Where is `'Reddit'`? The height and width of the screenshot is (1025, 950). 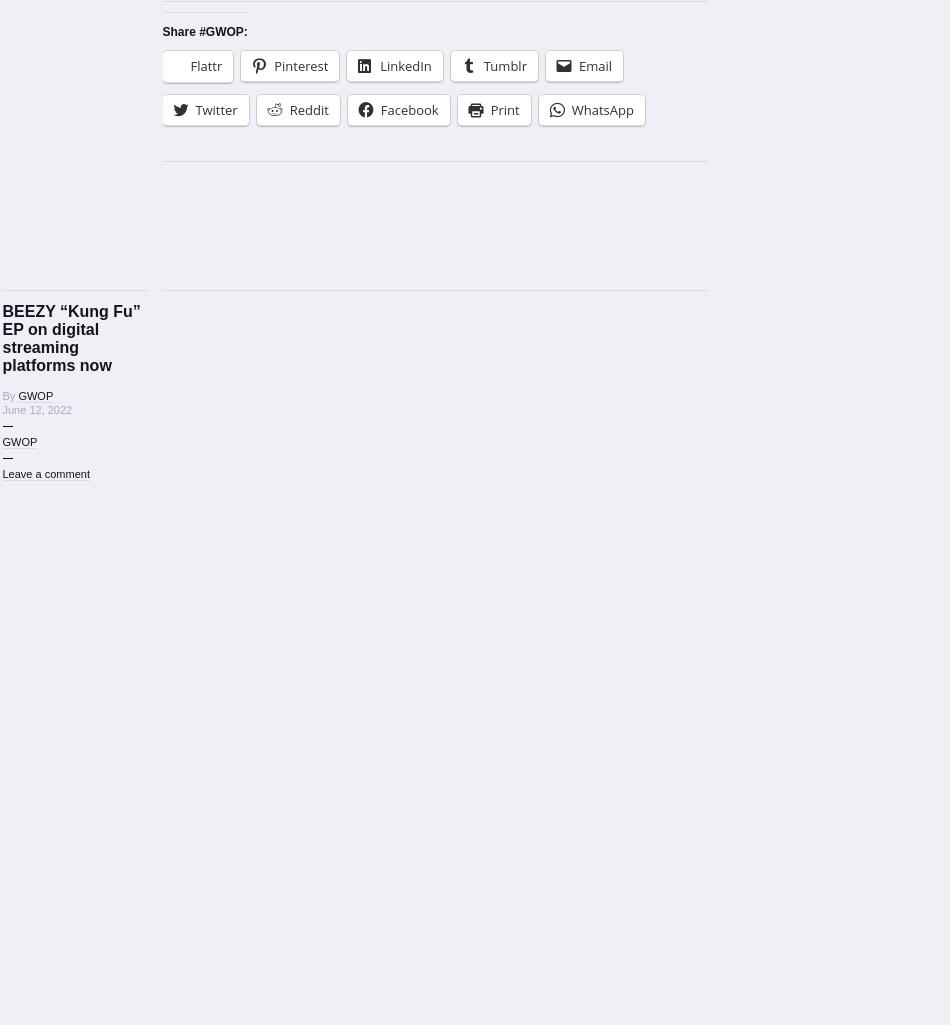 'Reddit' is located at coordinates (307, 109).